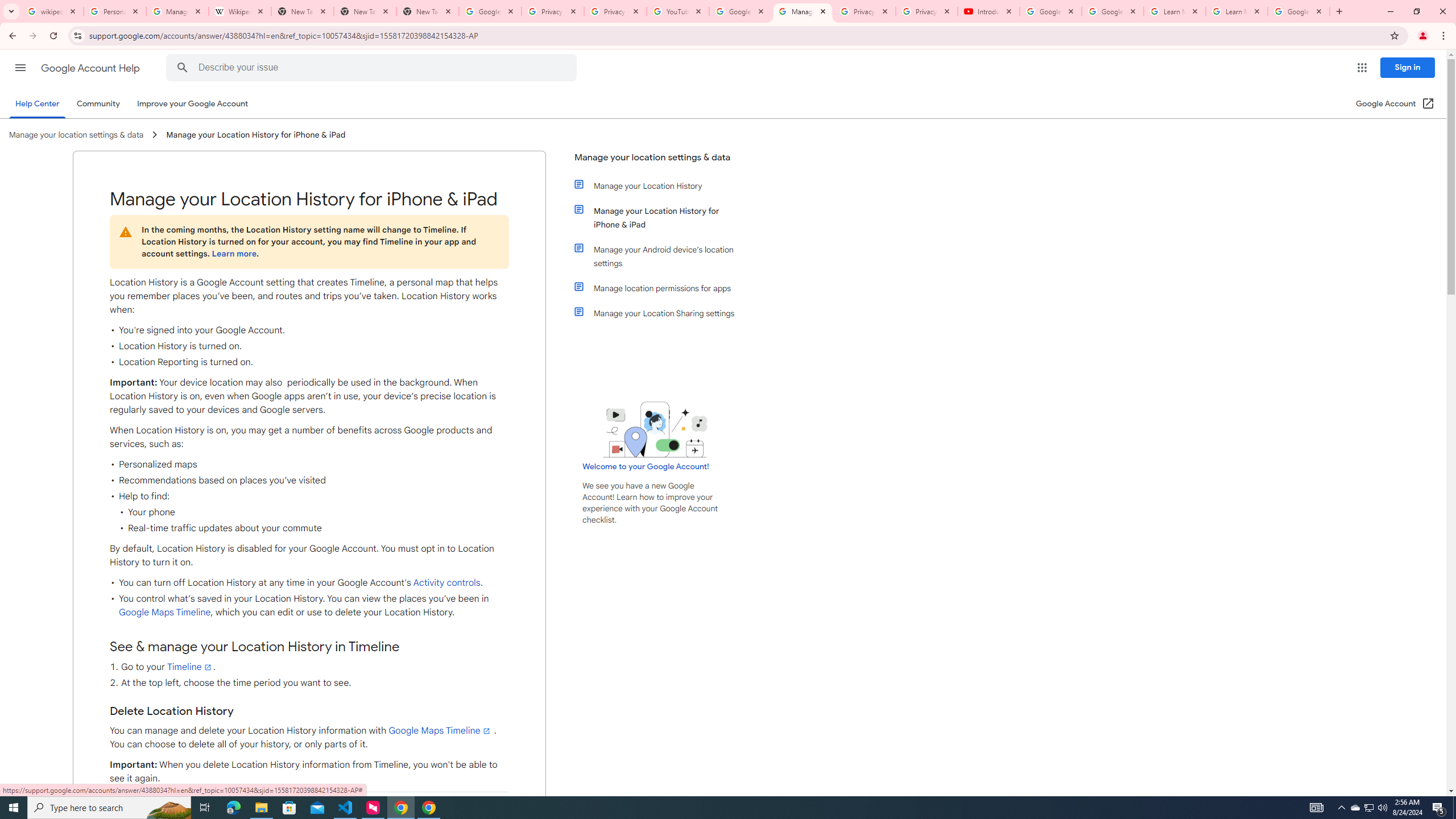 The height and width of the screenshot is (819, 1456). I want to click on 'Activity controls', so click(446, 583).